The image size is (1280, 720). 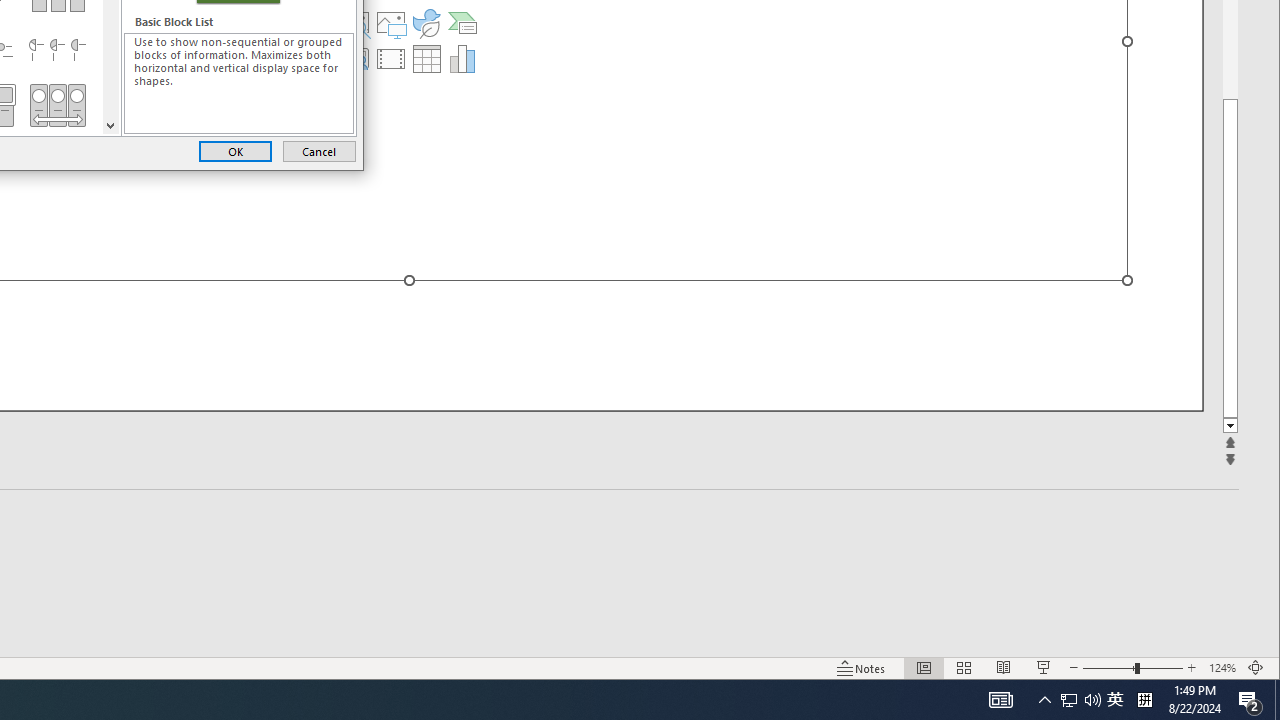 What do you see at coordinates (425, 58) in the screenshot?
I see `'Insert Table'` at bounding box center [425, 58].